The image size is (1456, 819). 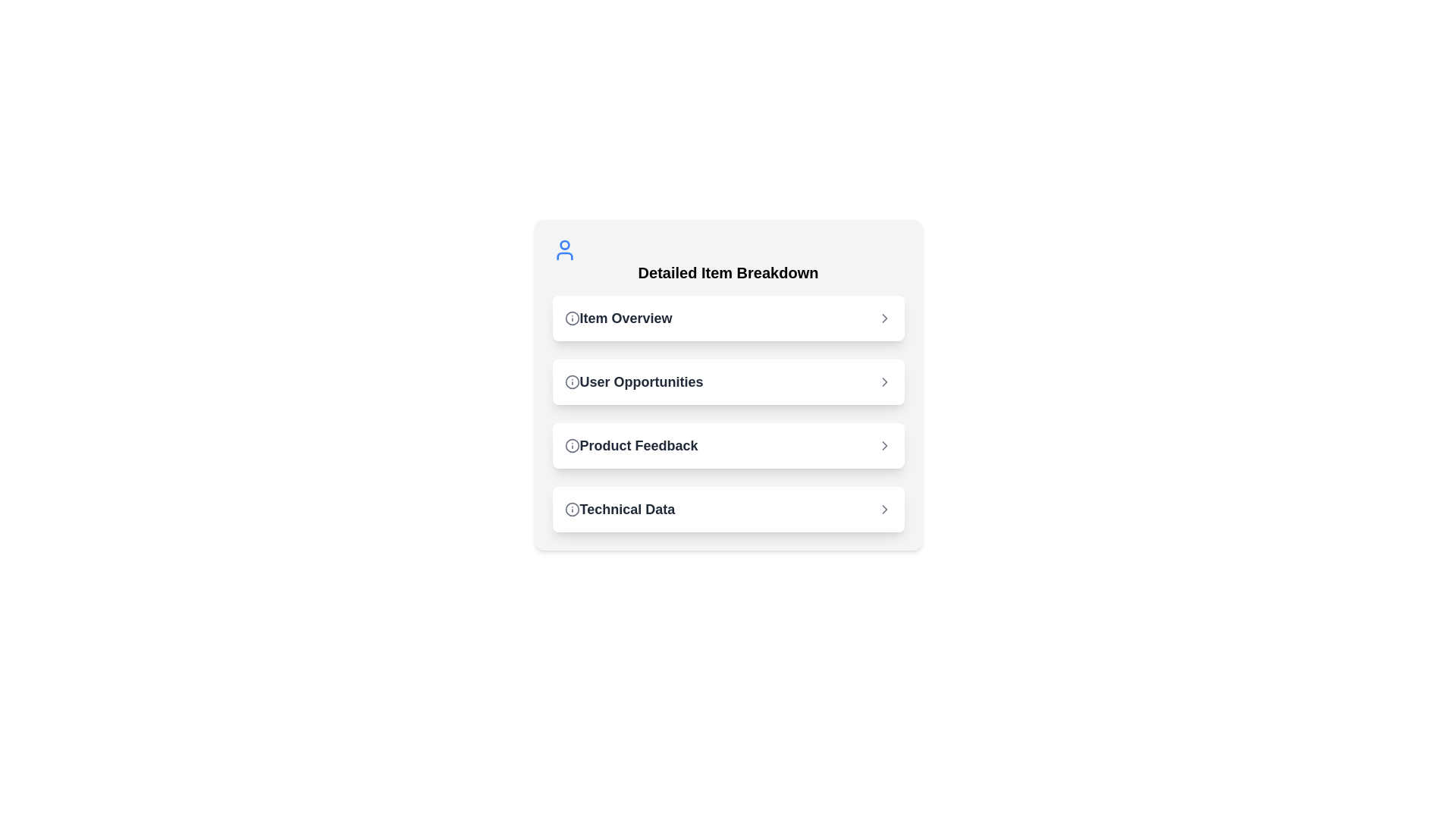 I want to click on the Navigation Icon located in the third row of the 'Product Feedback' list, so click(x=884, y=444).